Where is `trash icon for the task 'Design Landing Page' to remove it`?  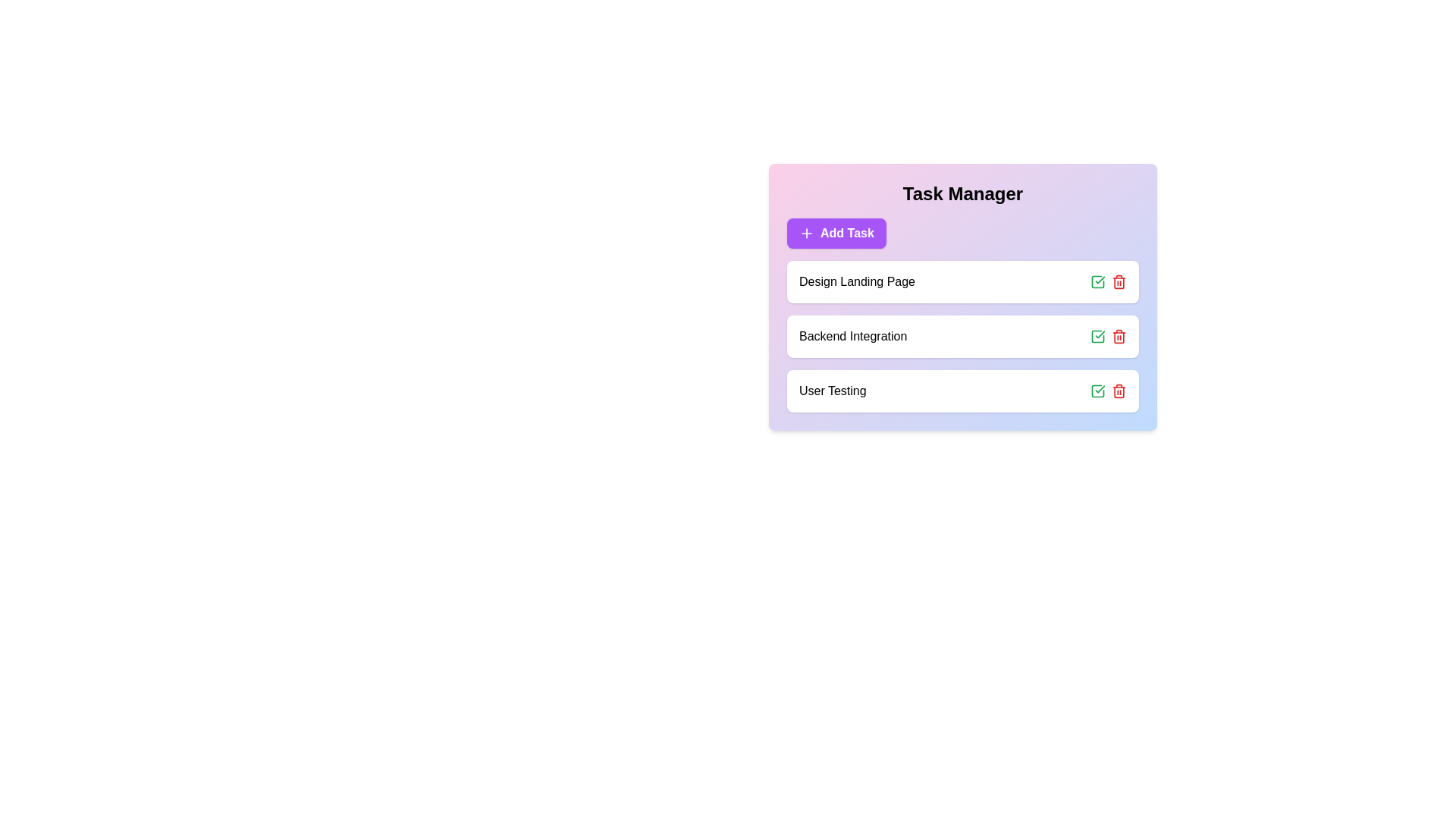
trash icon for the task 'Design Landing Page' to remove it is located at coordinates (1119, 281).